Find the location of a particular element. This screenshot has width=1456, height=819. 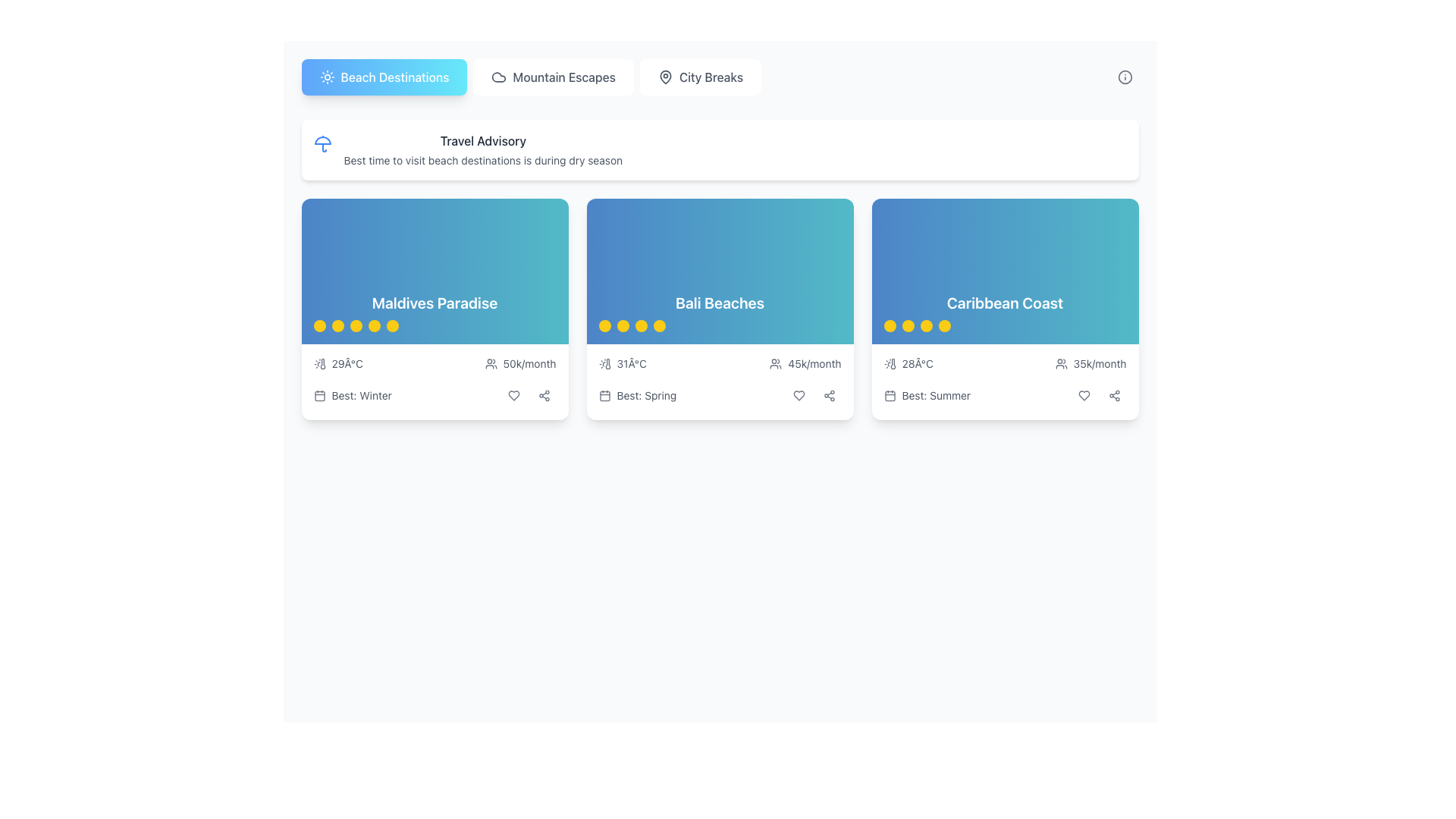

the static text block that provides contextual information or notifications regarding travel conditions, which is located beneath the navigation bar and above the destination cards is located at coordinates (482, 149).